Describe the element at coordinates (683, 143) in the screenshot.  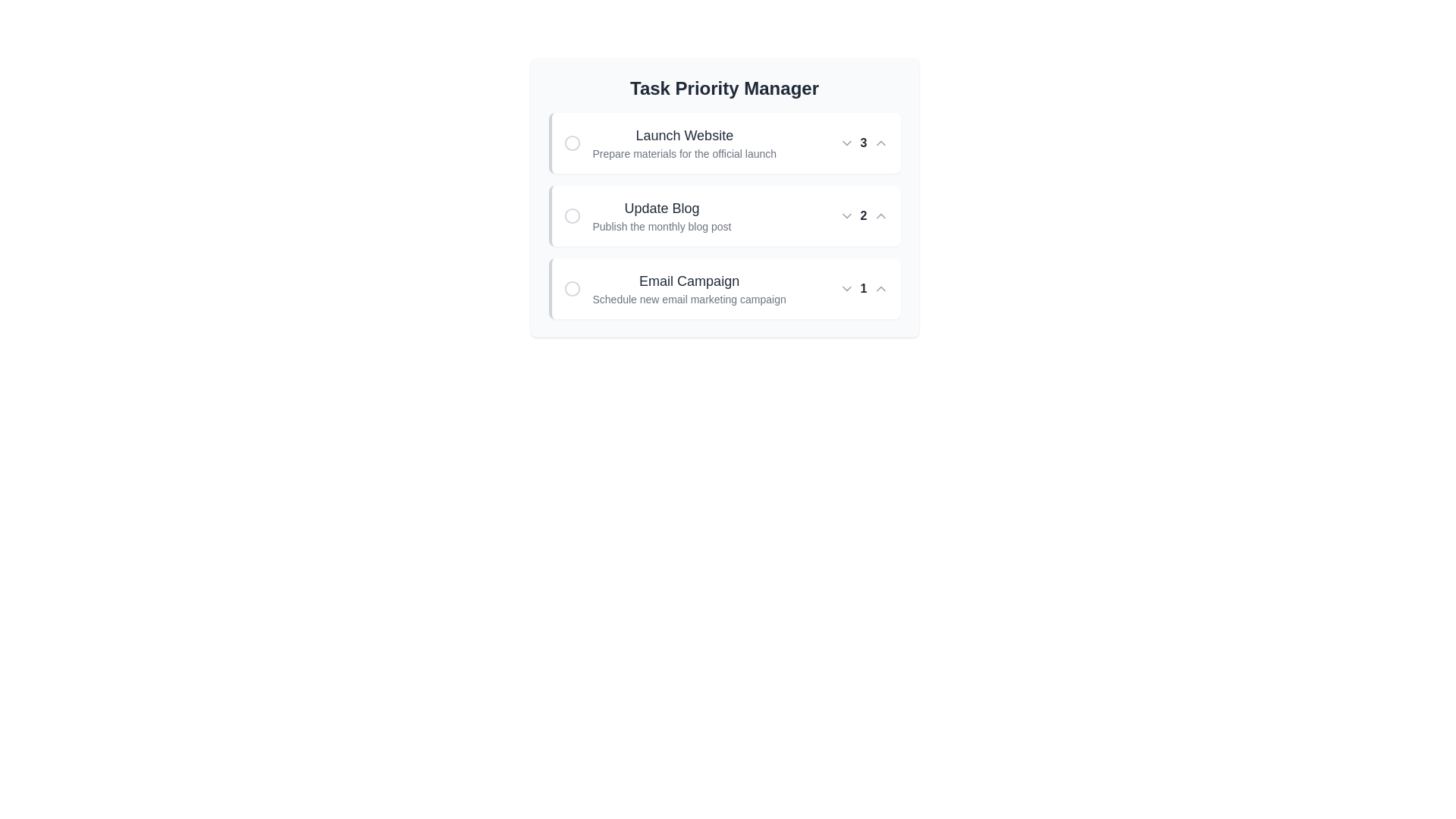
I see `description text 'Prepare materials for the official launch' from the composite text element that includes the heading 'Launch Website'` at that location.